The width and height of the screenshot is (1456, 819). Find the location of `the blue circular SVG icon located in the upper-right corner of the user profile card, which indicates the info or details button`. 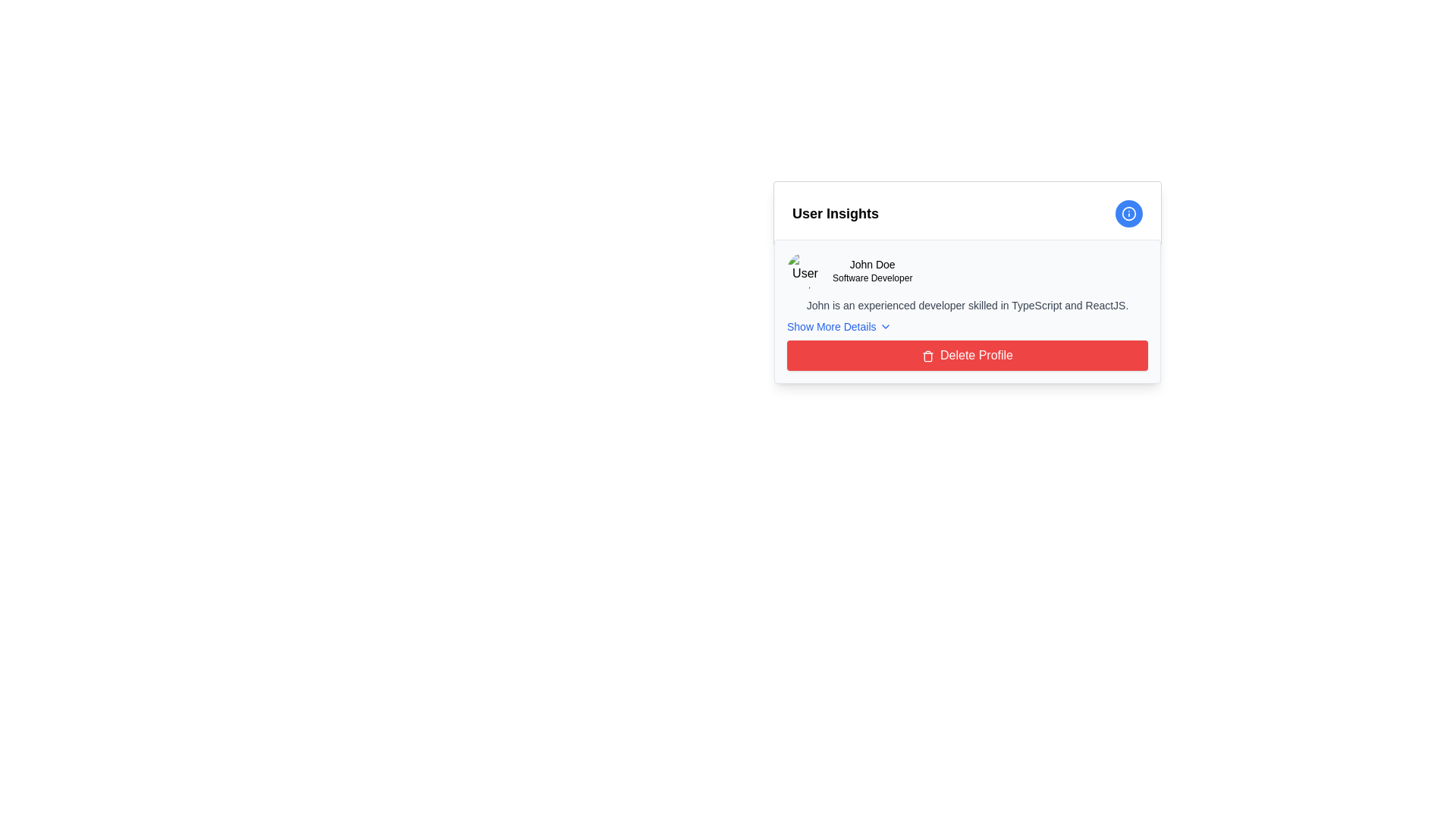

the blue circular SVG icon located in the upper-right corner of the user profile card, which indicates the info or details button is located at coordinates (1128, 213).